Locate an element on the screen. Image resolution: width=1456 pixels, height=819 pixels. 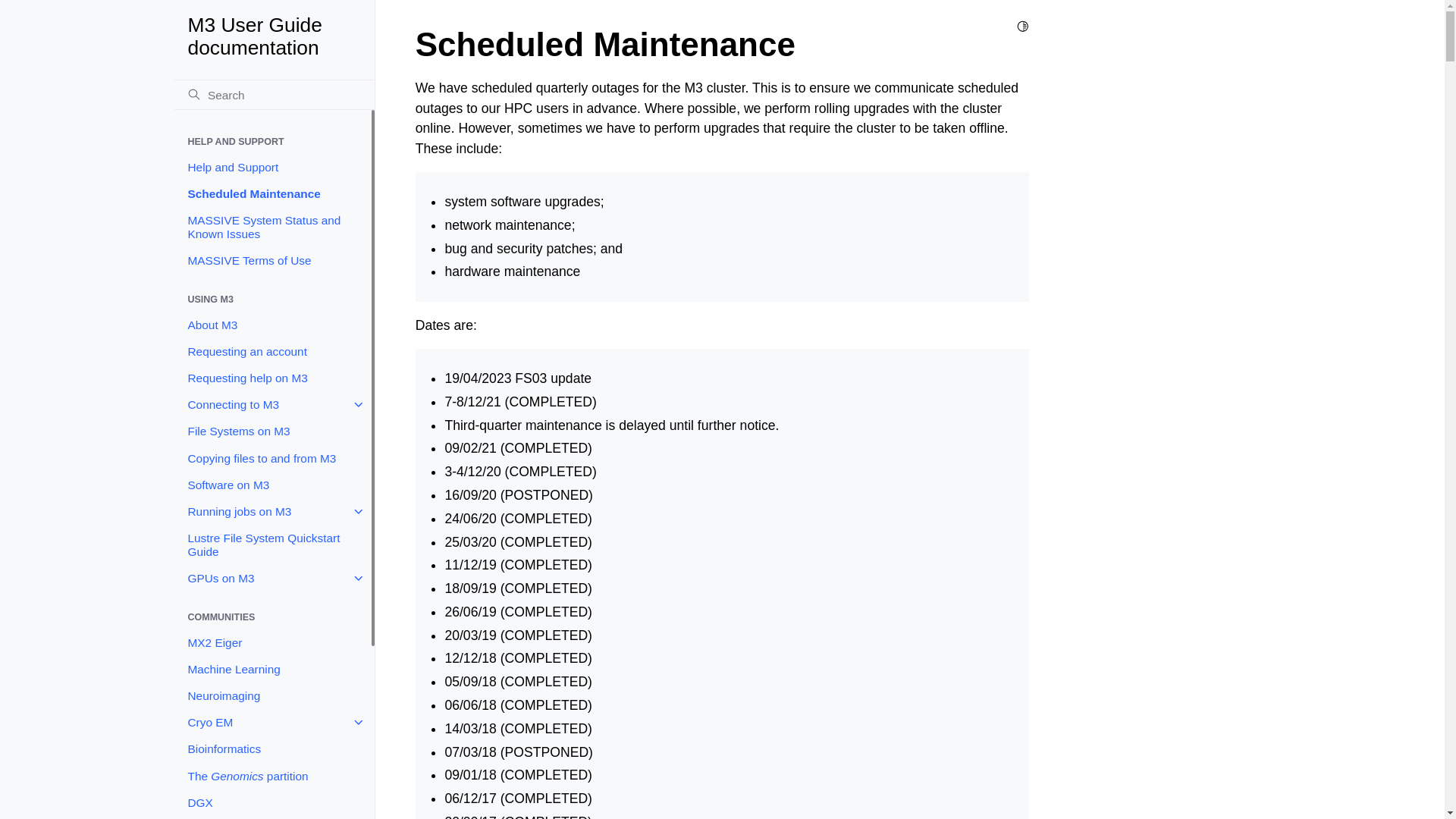
'Lustre File System Quickstart Guide' is located at coordinates (273, 544).